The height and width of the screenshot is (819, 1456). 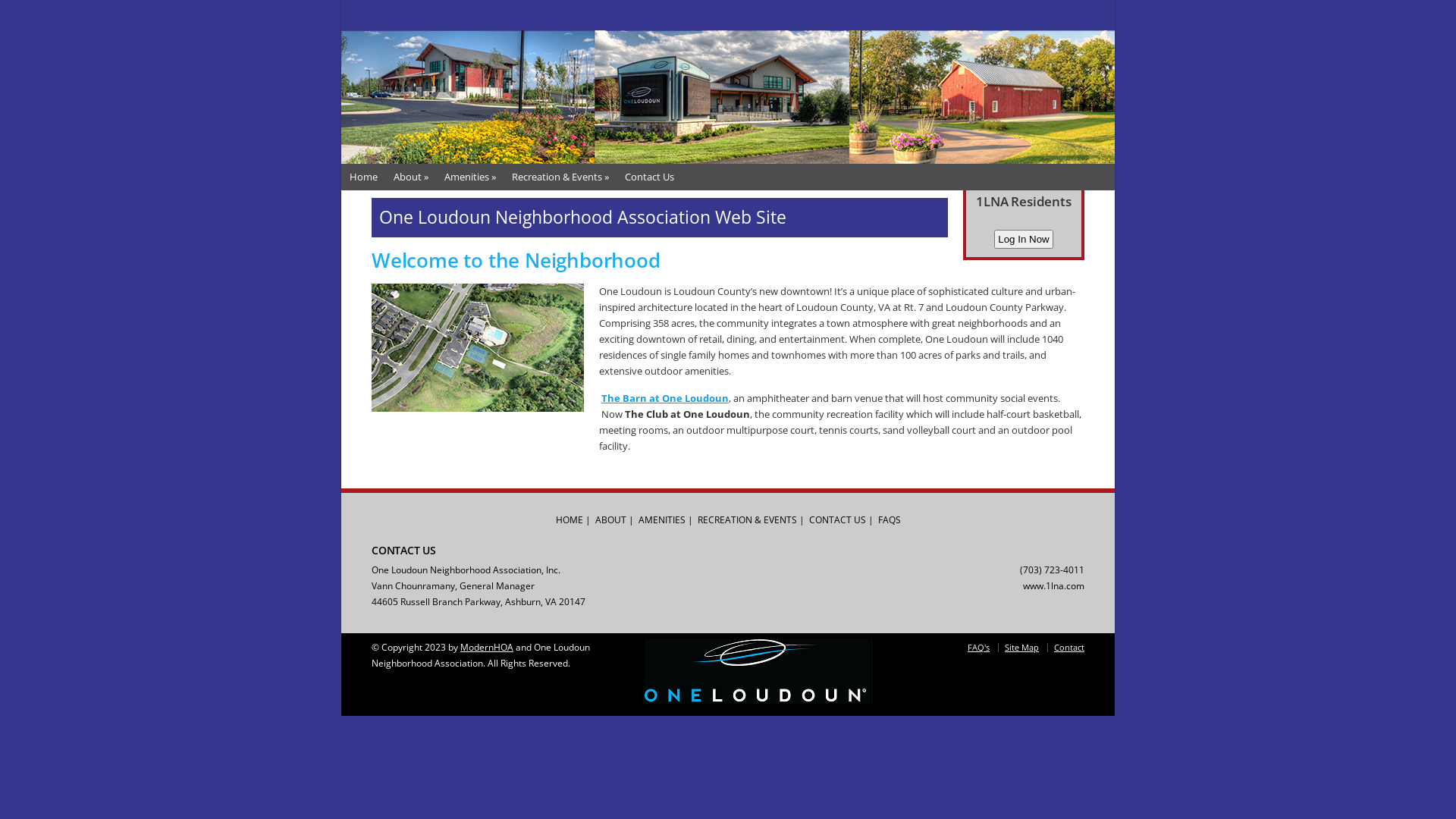 What do you see at coordinates (487, 647) in the screenshot?
I see `'ModernHOA'` at bounding box center [487, 647].